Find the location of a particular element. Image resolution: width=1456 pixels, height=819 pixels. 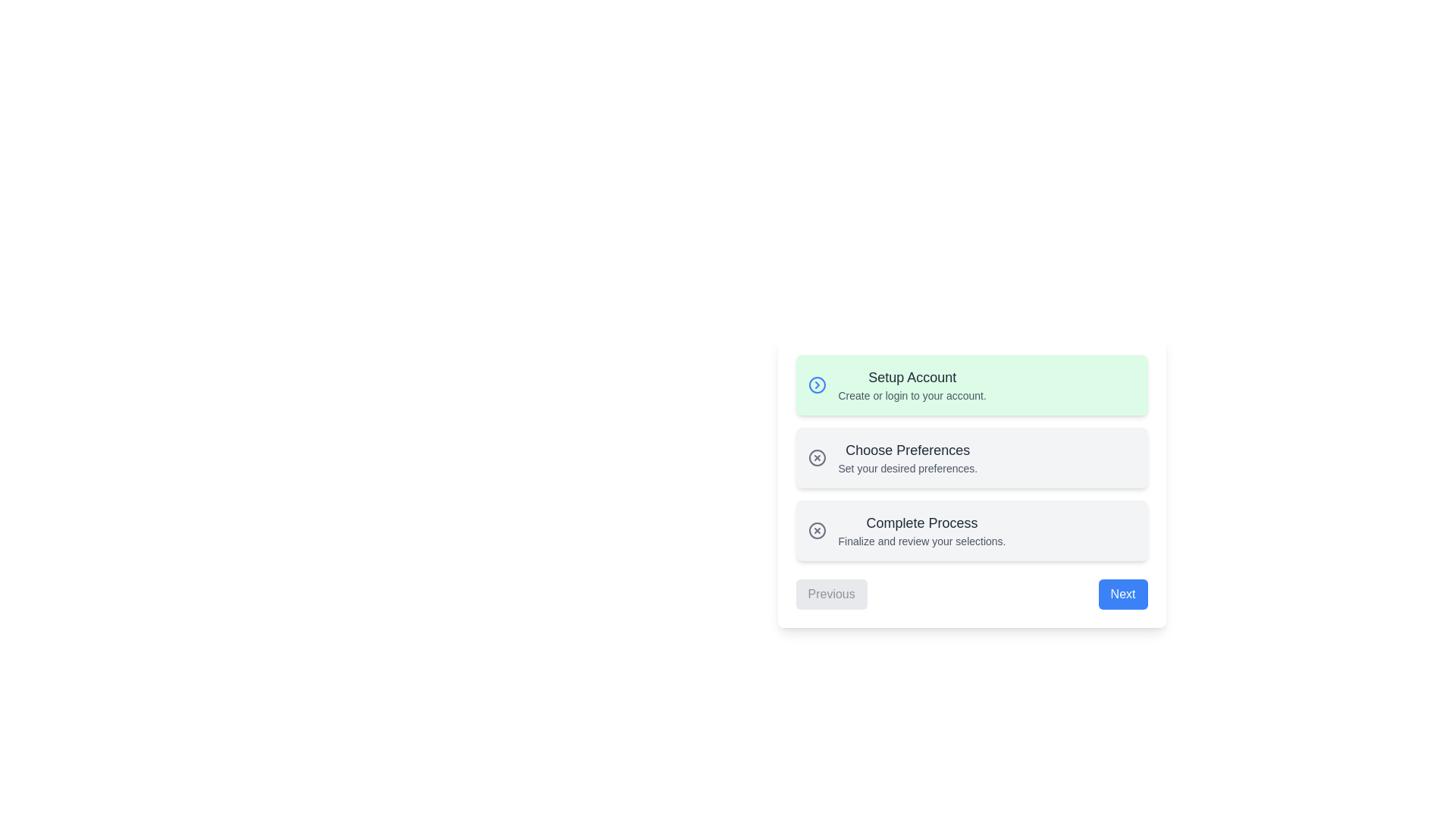

subtitle of the text block which is the third entry in the vertically stacked list of steps, located near the center-right of the layout for additional context is located at coordinates (921, 529).